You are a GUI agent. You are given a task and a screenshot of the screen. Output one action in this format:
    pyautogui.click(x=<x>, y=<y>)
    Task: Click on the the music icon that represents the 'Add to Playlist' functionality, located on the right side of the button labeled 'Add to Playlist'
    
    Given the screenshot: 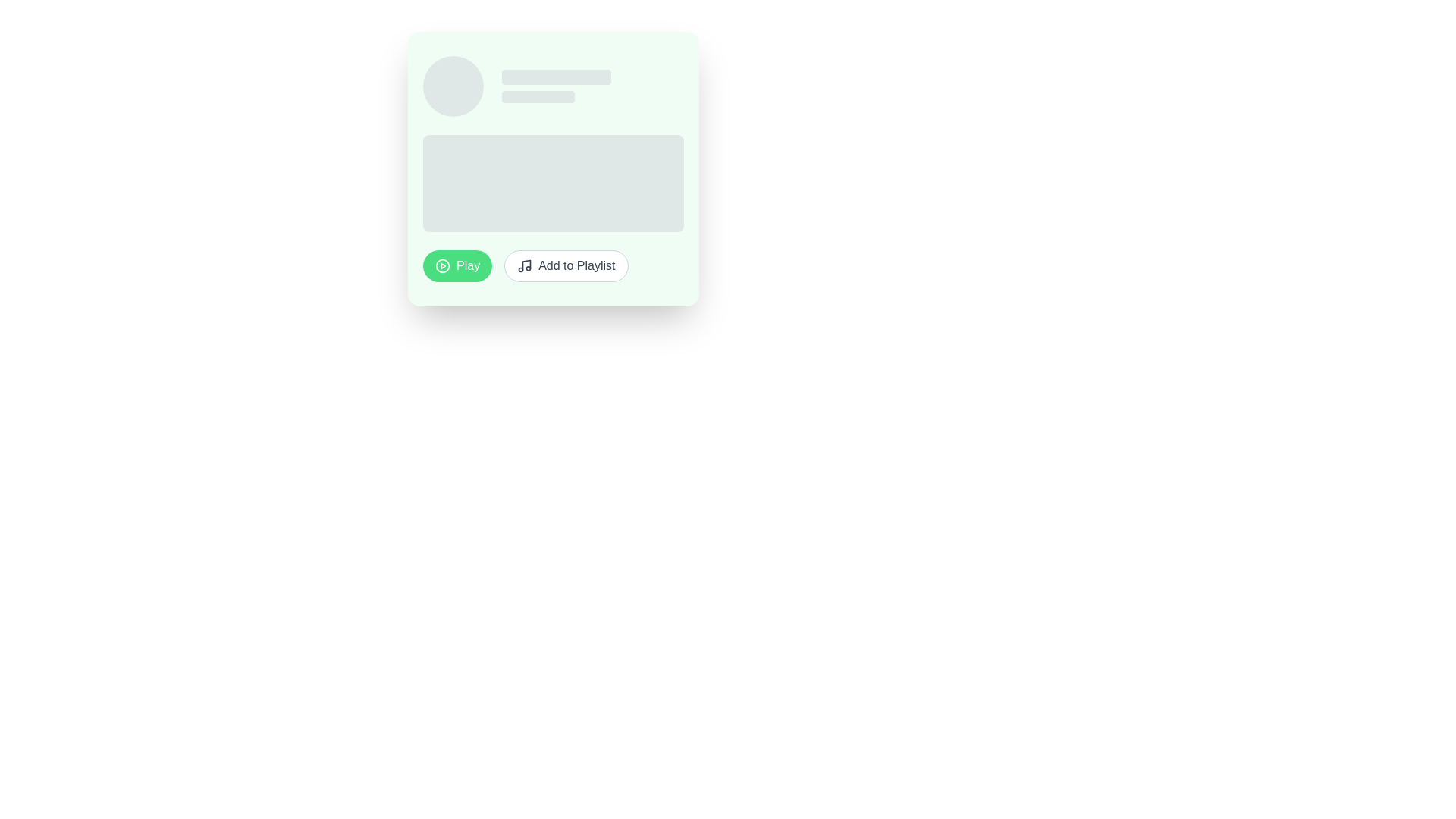 What is the action you would take?
    pyautogui.click(x=525, y=265)
    